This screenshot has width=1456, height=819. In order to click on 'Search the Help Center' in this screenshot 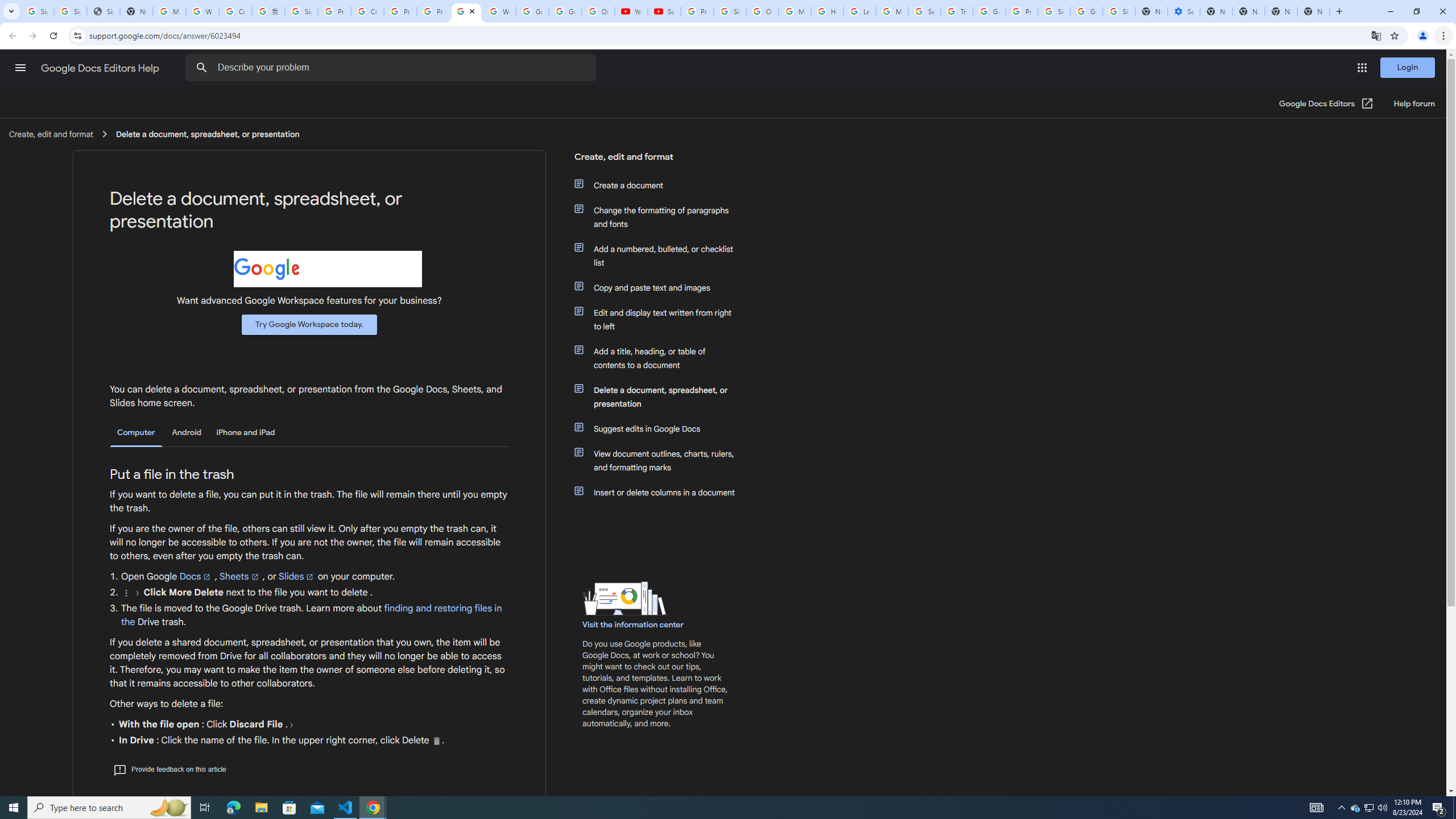, I will do `click(201, 67)`.